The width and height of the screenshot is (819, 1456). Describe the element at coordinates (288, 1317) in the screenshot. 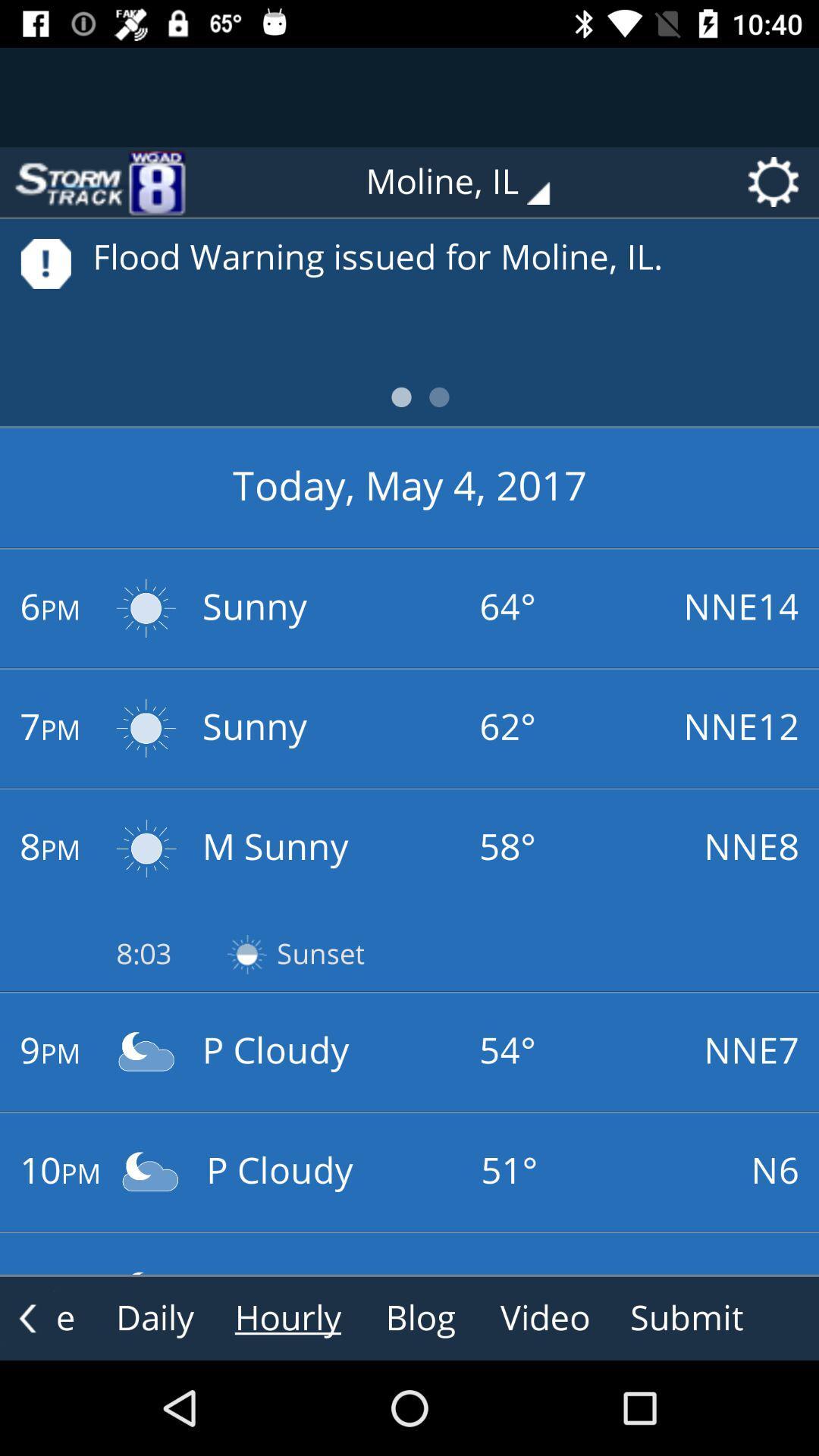

I see `the text which is right side of daily` at that location.